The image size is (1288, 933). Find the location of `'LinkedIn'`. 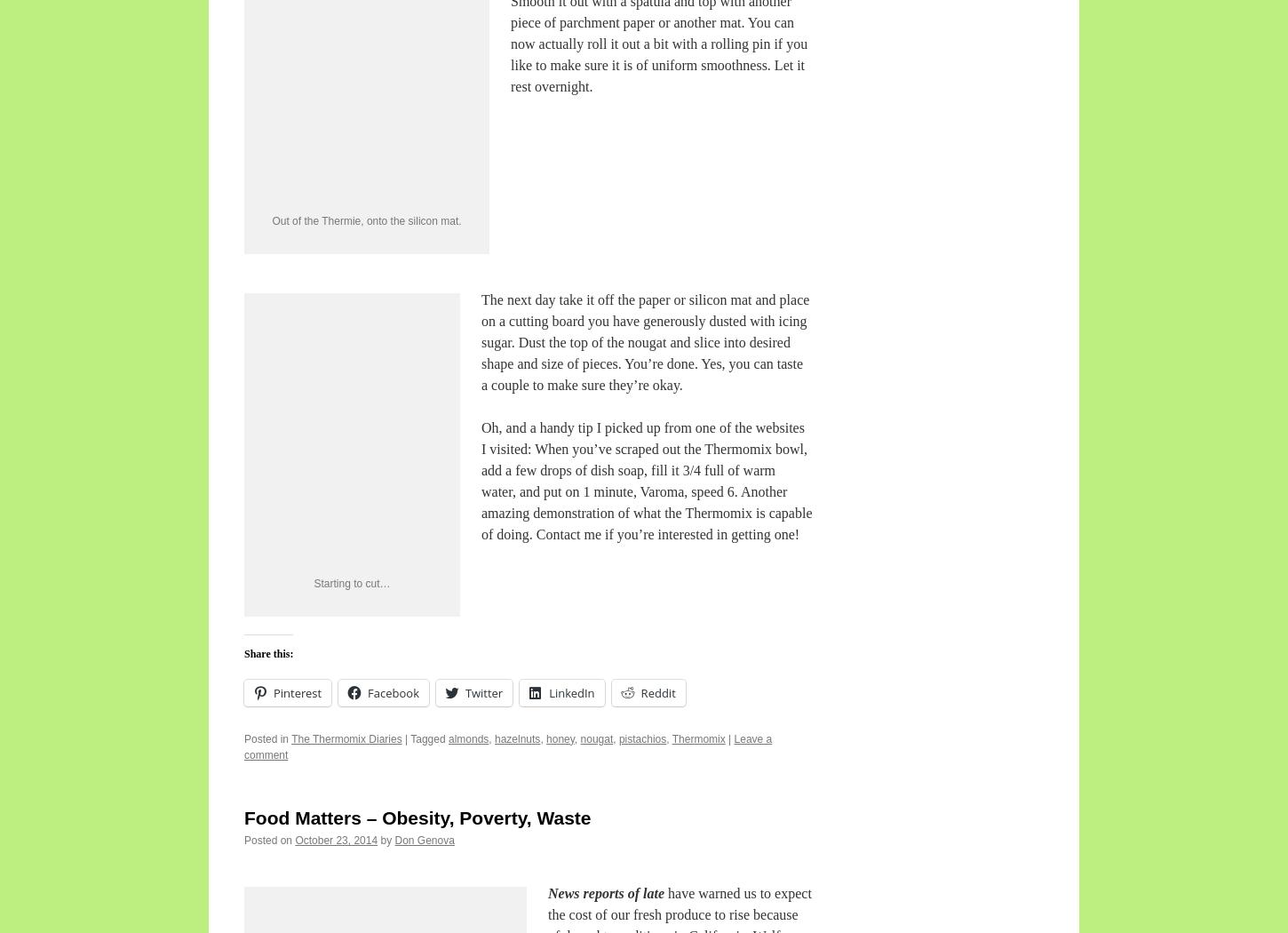

'LinkedIn' is located at coordinates (570, 691).